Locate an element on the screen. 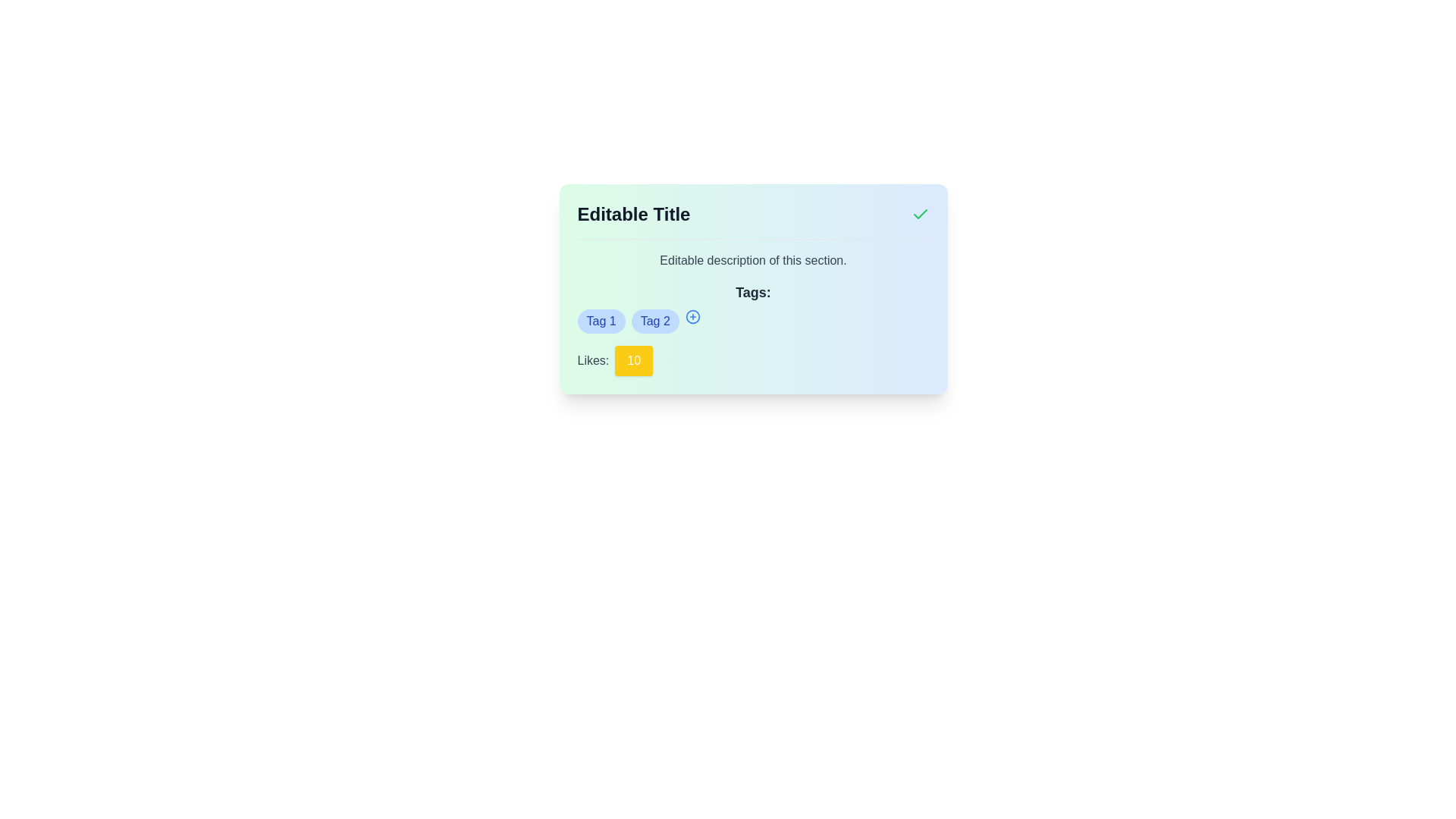 Image resolution: width=1456 pixels, height=819 pixels. the button located in the 'Tags' section, positioned to the right of the 'Tag 2' label is located at coordinates (692, 315).